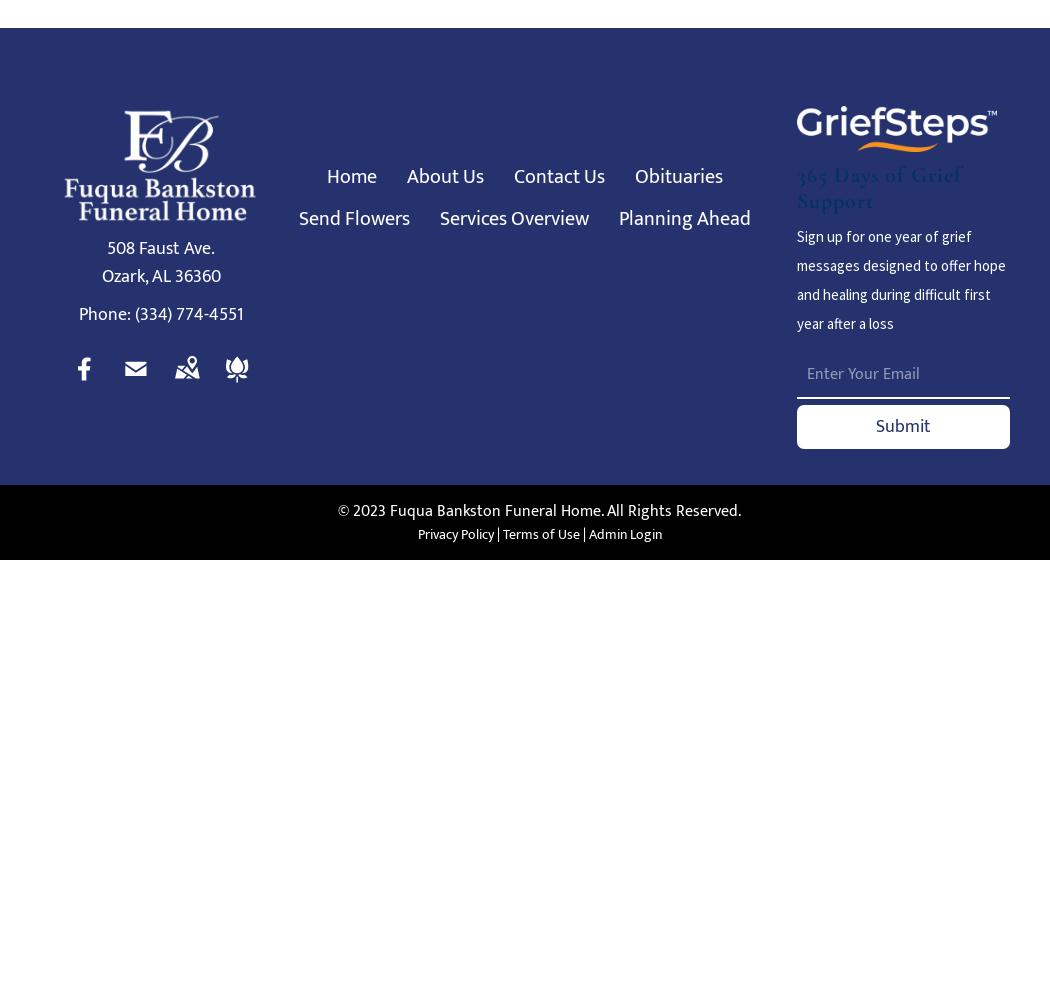 This screenshot has width=1050, height=1000. What do you see at coordinates (559, 177) in the screenshot?
I see `'Contact Us'` at bounding box center [559, 177].